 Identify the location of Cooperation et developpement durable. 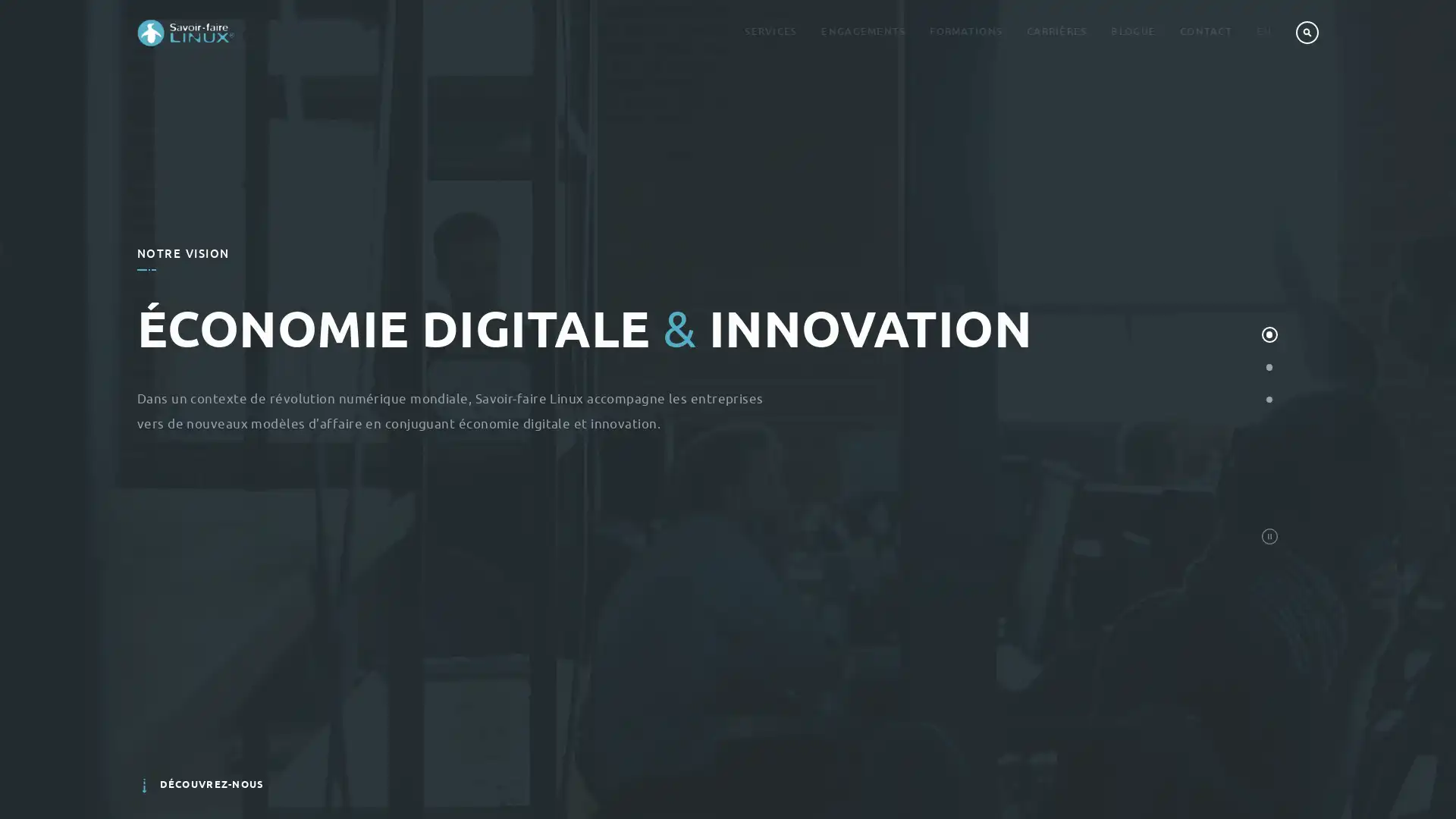
(1269, 398).